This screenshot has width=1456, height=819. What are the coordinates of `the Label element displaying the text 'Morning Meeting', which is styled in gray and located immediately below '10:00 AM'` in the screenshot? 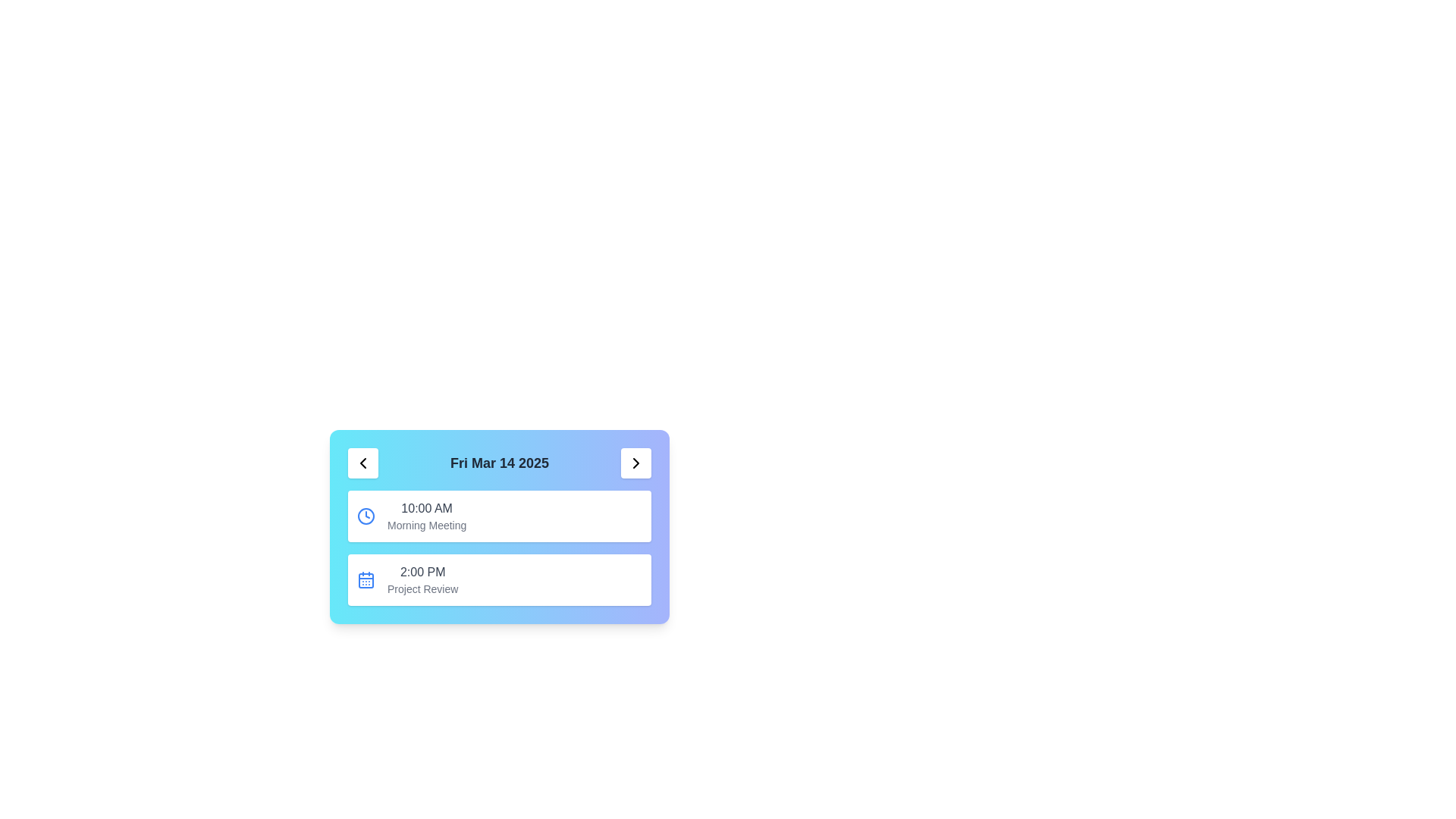 It's located at (426, 525).